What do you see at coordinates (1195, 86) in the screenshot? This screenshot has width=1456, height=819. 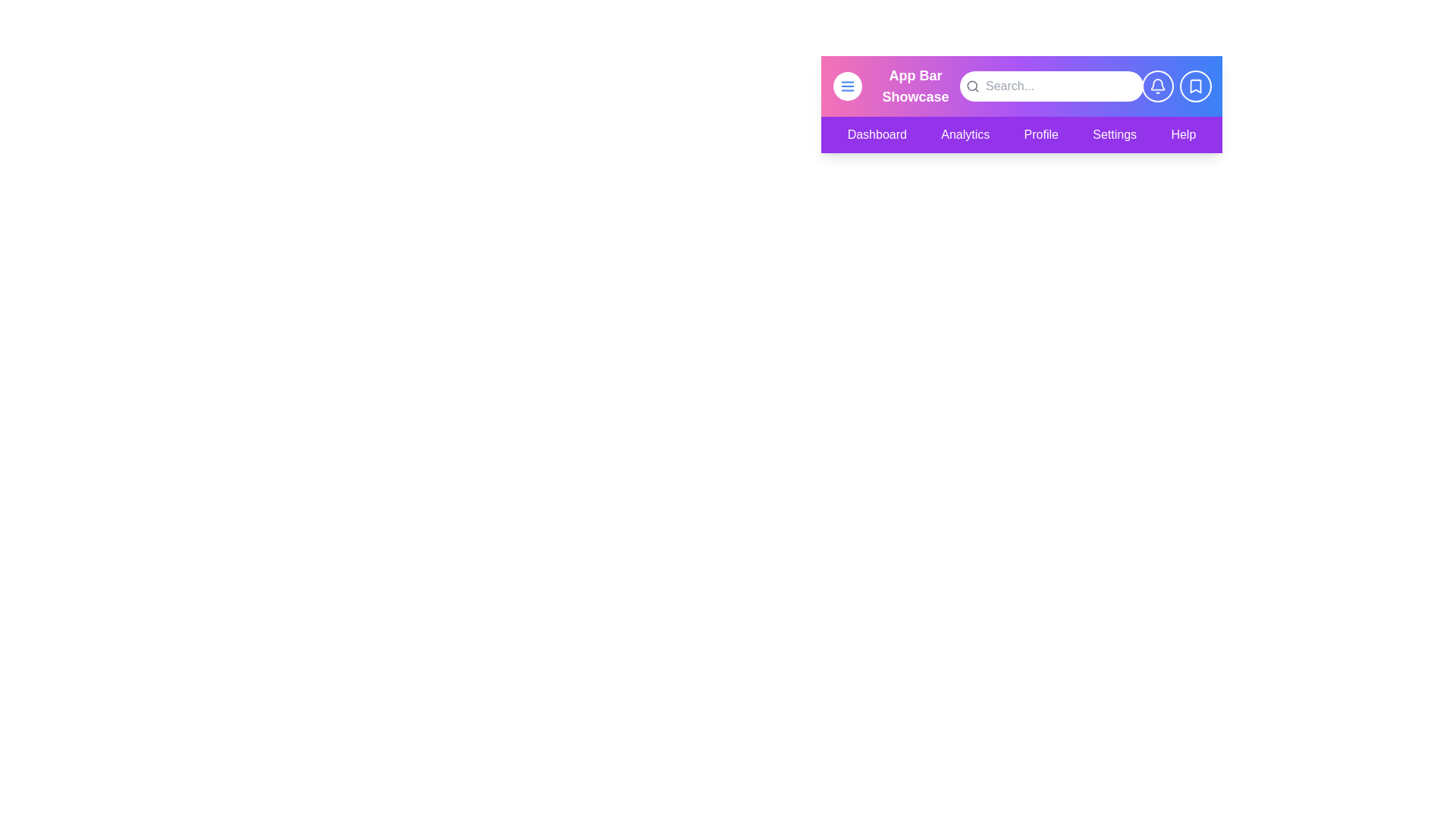 I see `the bookmark button` at bounding box center [1195, 86].